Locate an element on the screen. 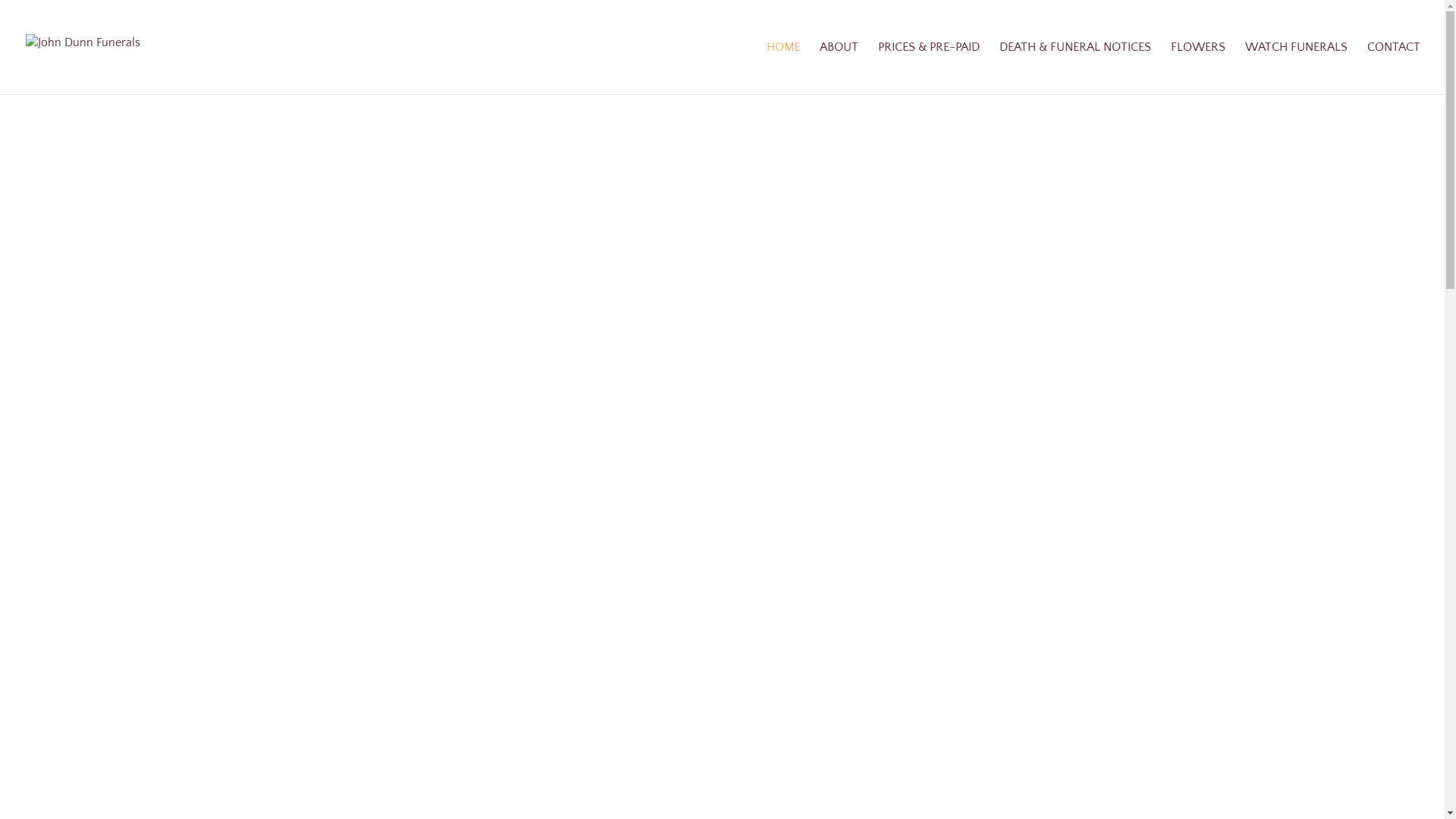 The image size is (1456, 819). 'WATCH FUNERALS' is located at coordinates (1244, 67).